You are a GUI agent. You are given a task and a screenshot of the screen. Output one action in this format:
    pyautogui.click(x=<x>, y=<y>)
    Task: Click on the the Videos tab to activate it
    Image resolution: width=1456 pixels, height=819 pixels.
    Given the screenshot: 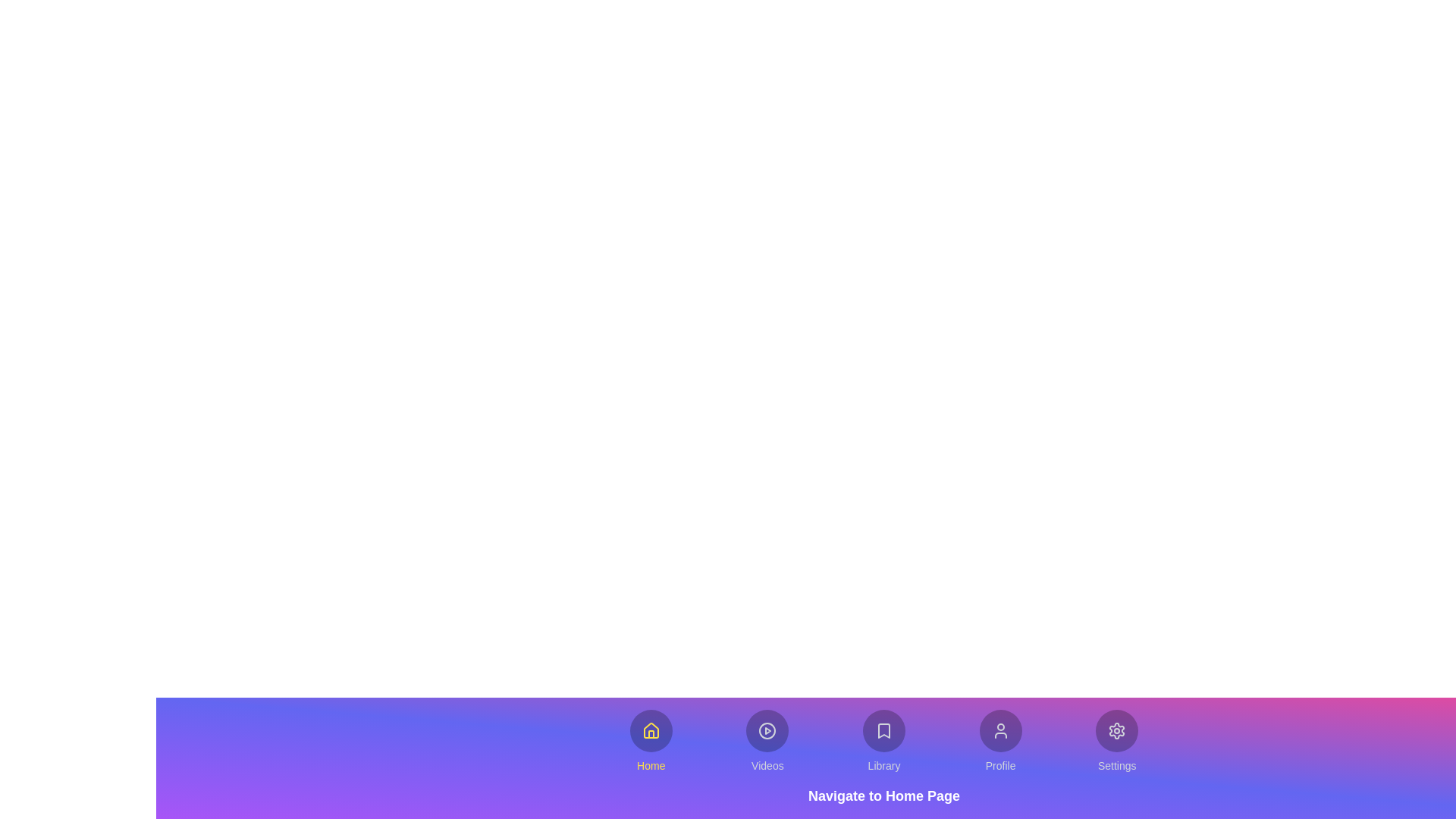 What is the action you would take?
    pyautogui.click(x=767, y=741)
    